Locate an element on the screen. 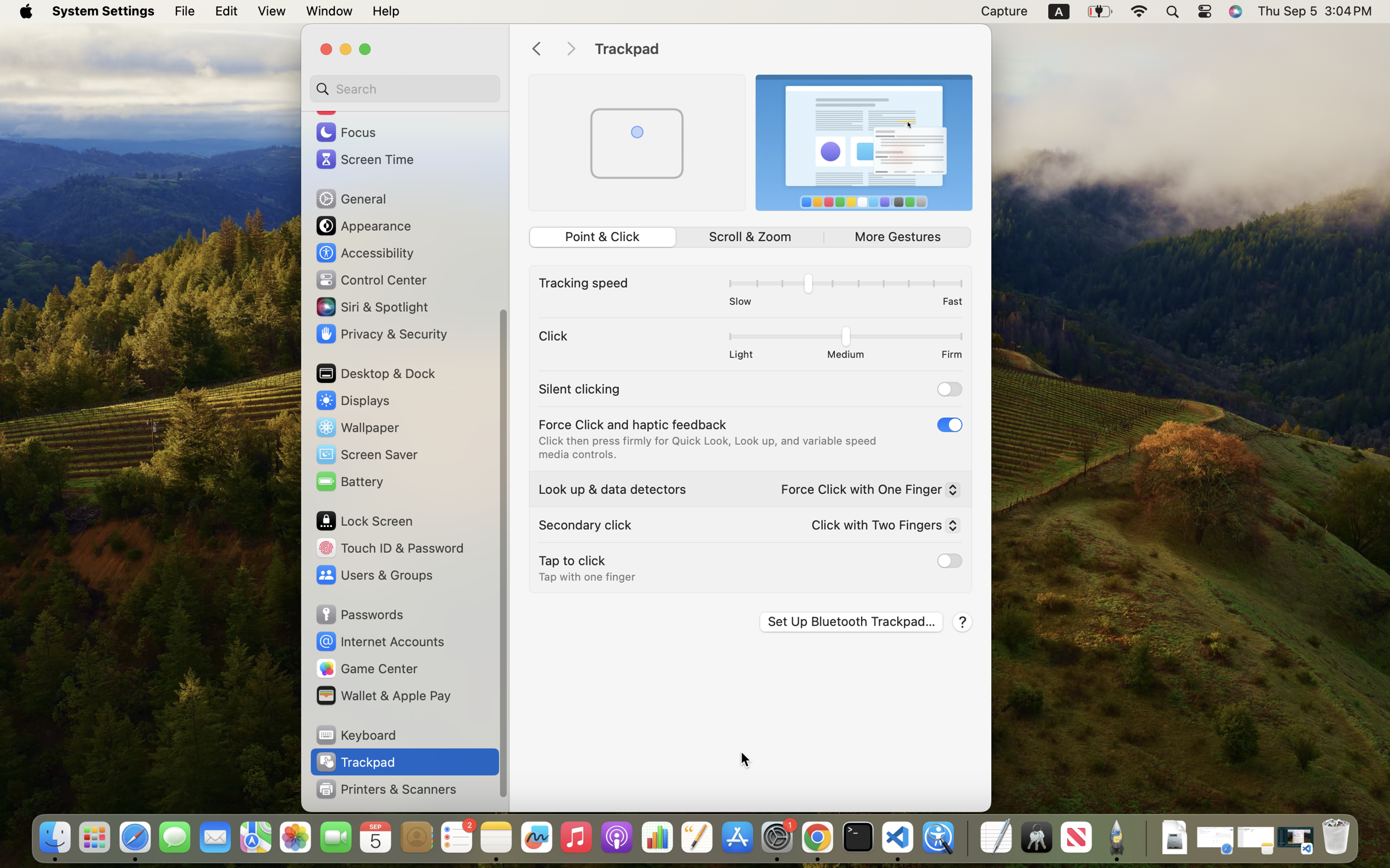 The height and width of the screenshot is (868, 1390). 'Focus' is located at coordinates (345, 131).